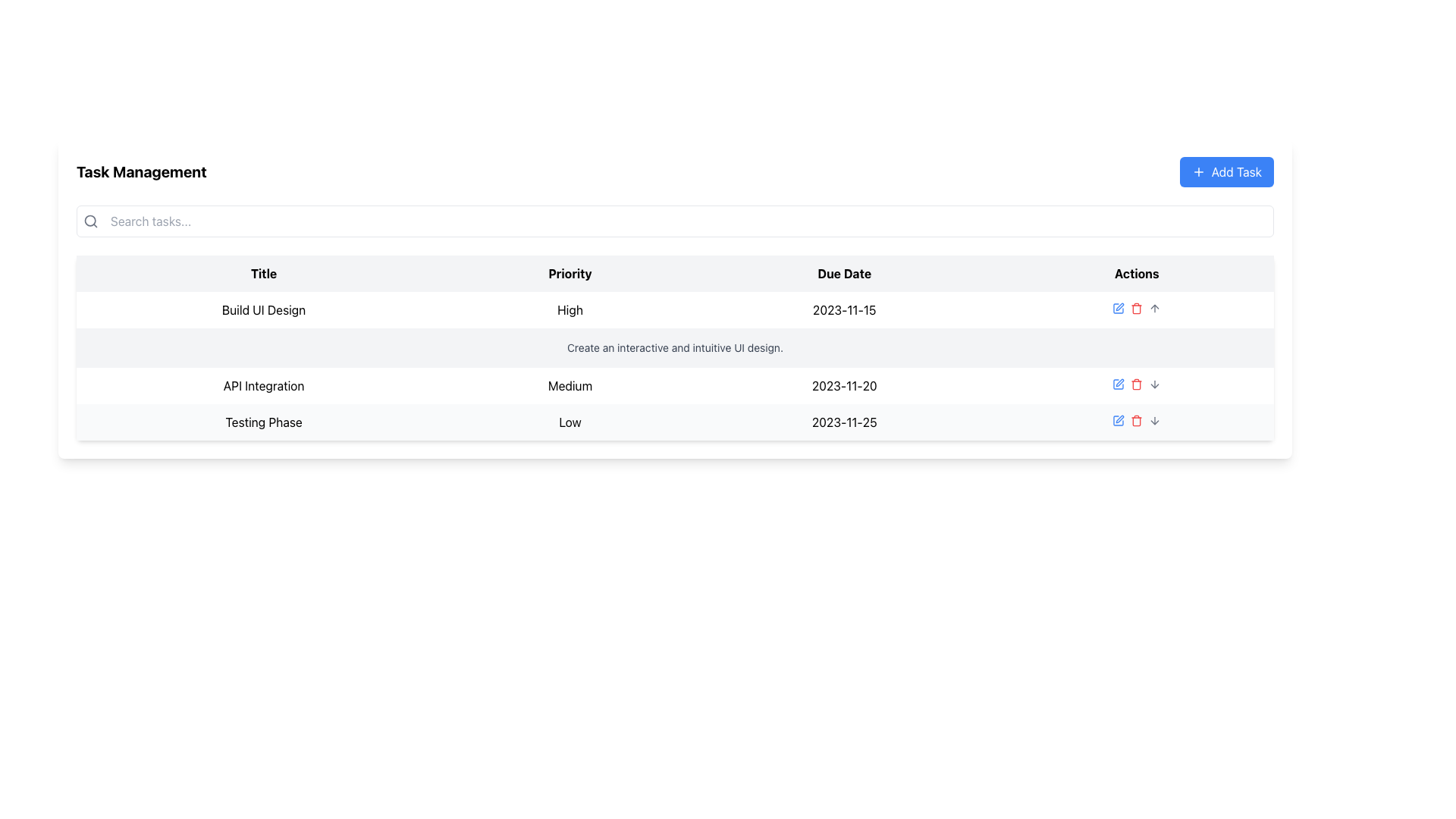 The width and height of the screenshot is (1456, 819). What do you see at coordinates (1137, 421) in the screenshot?
I see `the red trash bin icon button, which is the third action button in the Actions column of the third row in the table` at bounding box center [1137, 421].